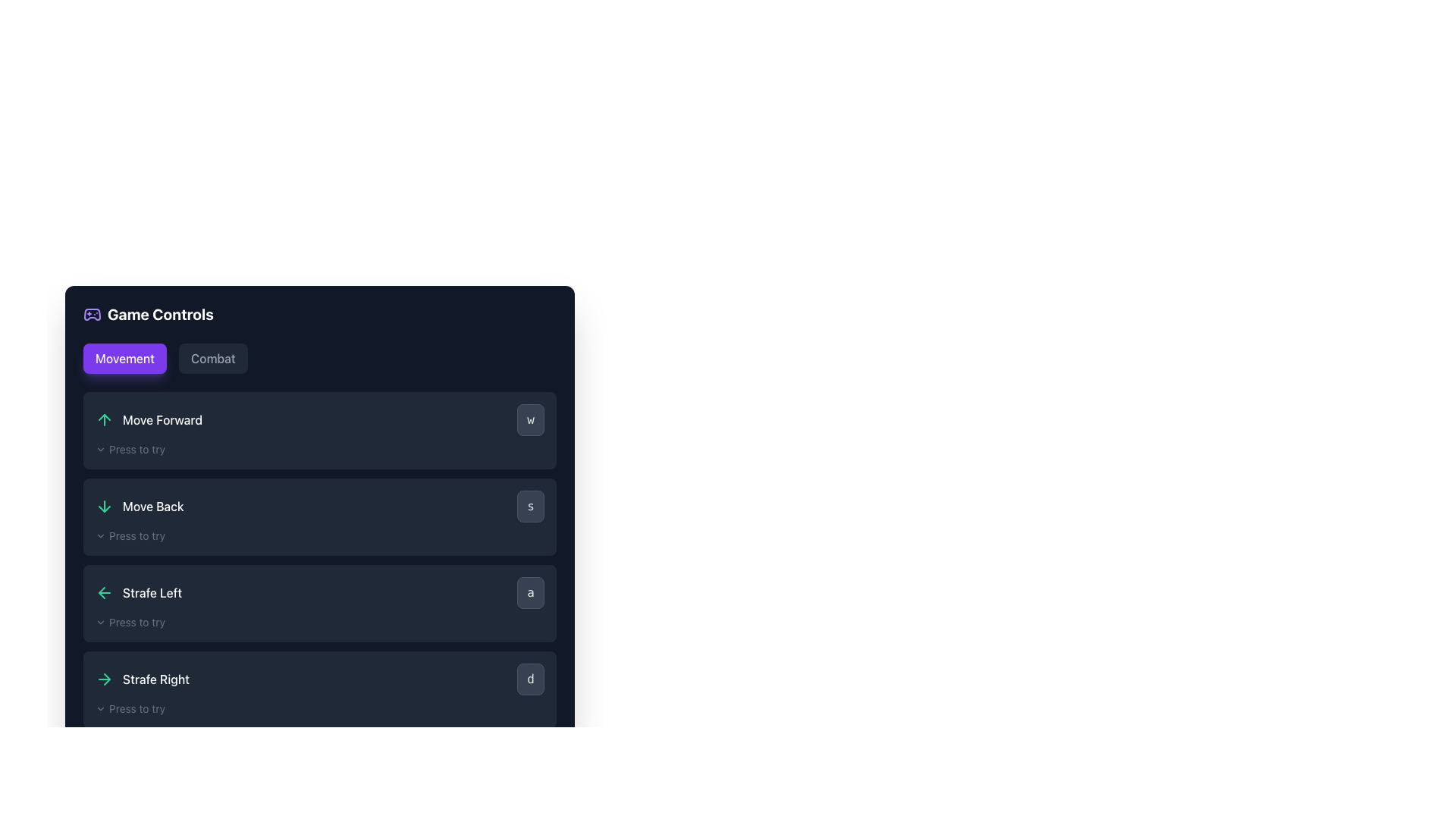  I want to click on the presence of the down arrow icon located to the left of the 'Press to try' text label in the 'Game Controls' section, so click(100, 623).